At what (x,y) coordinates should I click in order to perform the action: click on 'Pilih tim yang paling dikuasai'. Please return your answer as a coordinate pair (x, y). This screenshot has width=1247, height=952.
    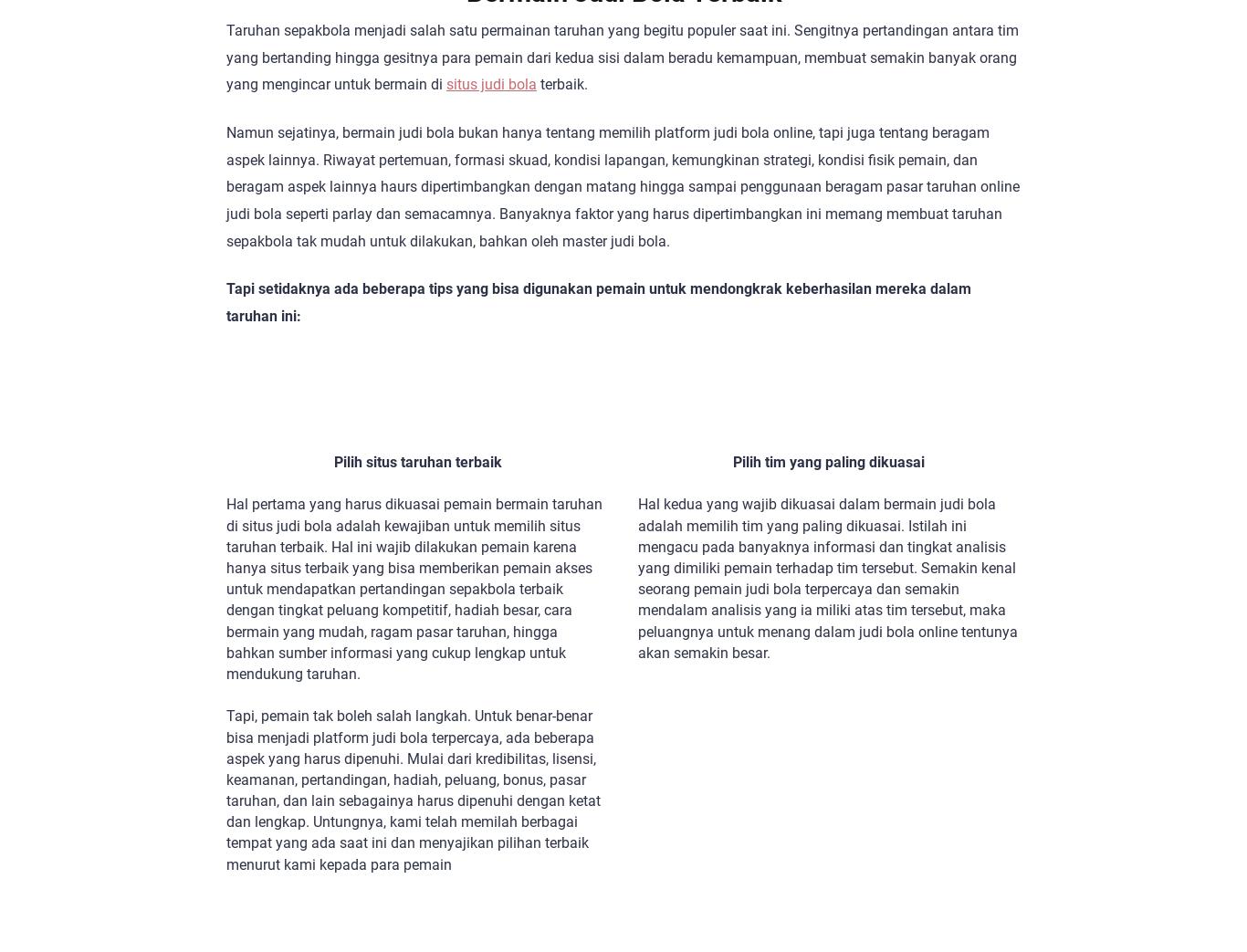
    Looking at the image, I should click on (827, 461).